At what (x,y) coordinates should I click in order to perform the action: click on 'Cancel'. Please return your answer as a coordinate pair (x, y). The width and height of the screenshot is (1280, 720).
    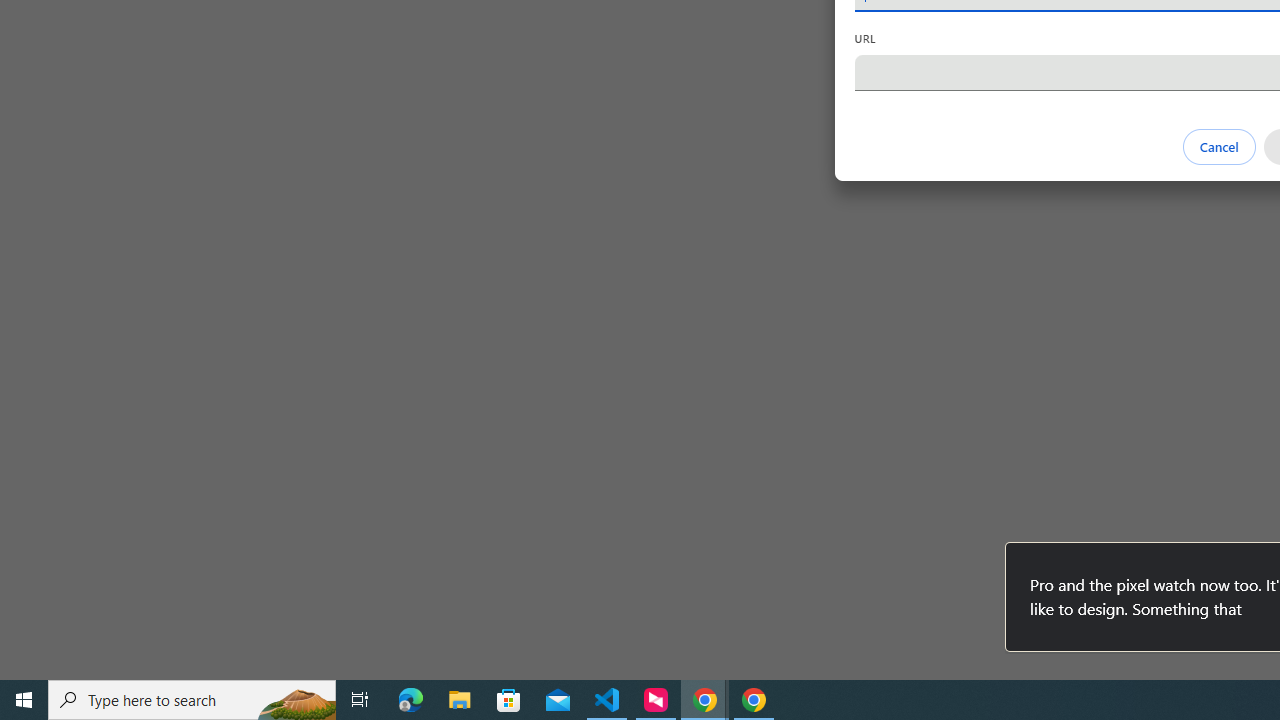
    Looking at the image, I should click on (1217, 145).